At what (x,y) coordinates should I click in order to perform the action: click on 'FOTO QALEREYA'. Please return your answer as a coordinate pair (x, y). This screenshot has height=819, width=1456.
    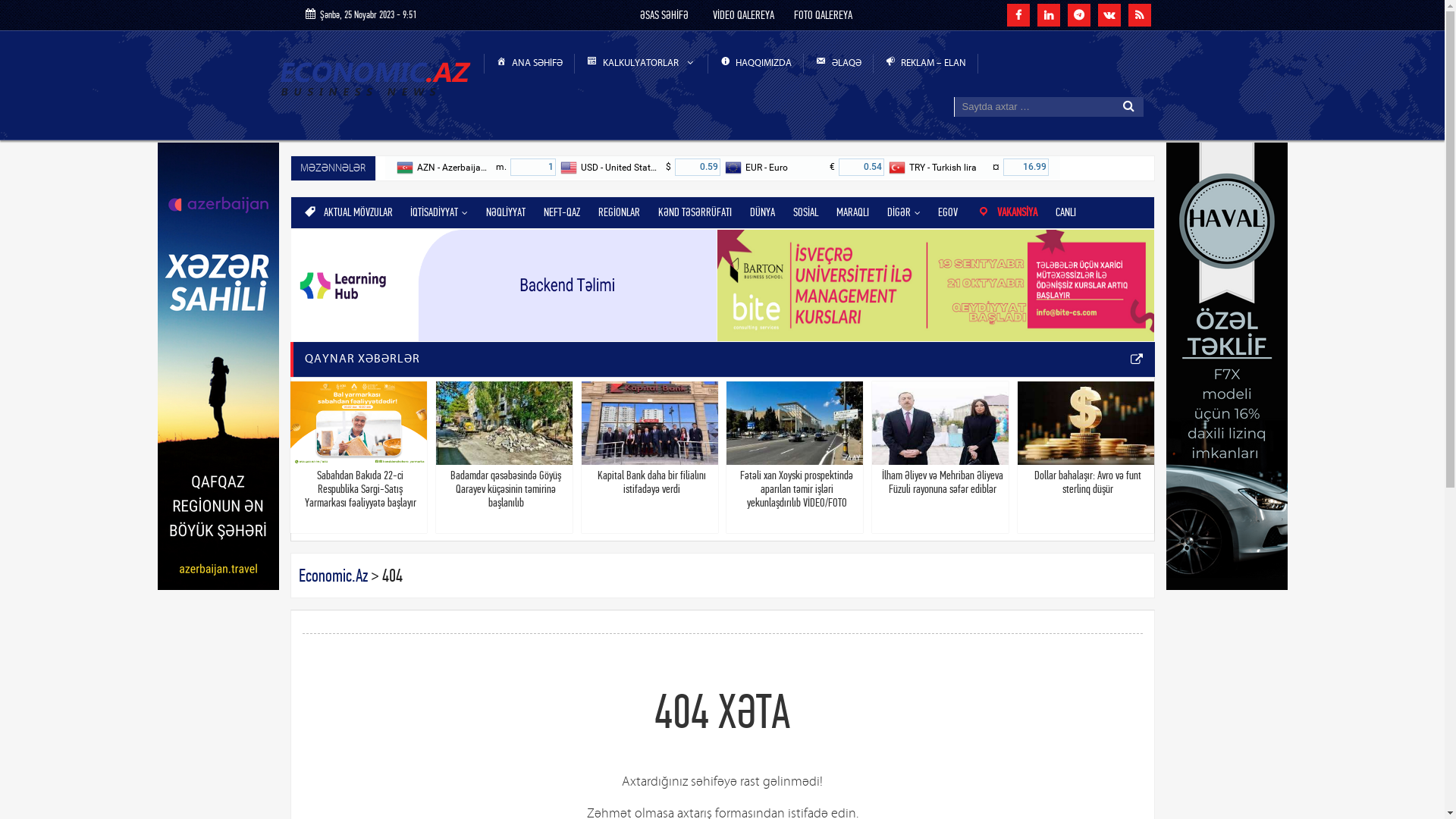
    Looking at the image, I should click on (822, 14).